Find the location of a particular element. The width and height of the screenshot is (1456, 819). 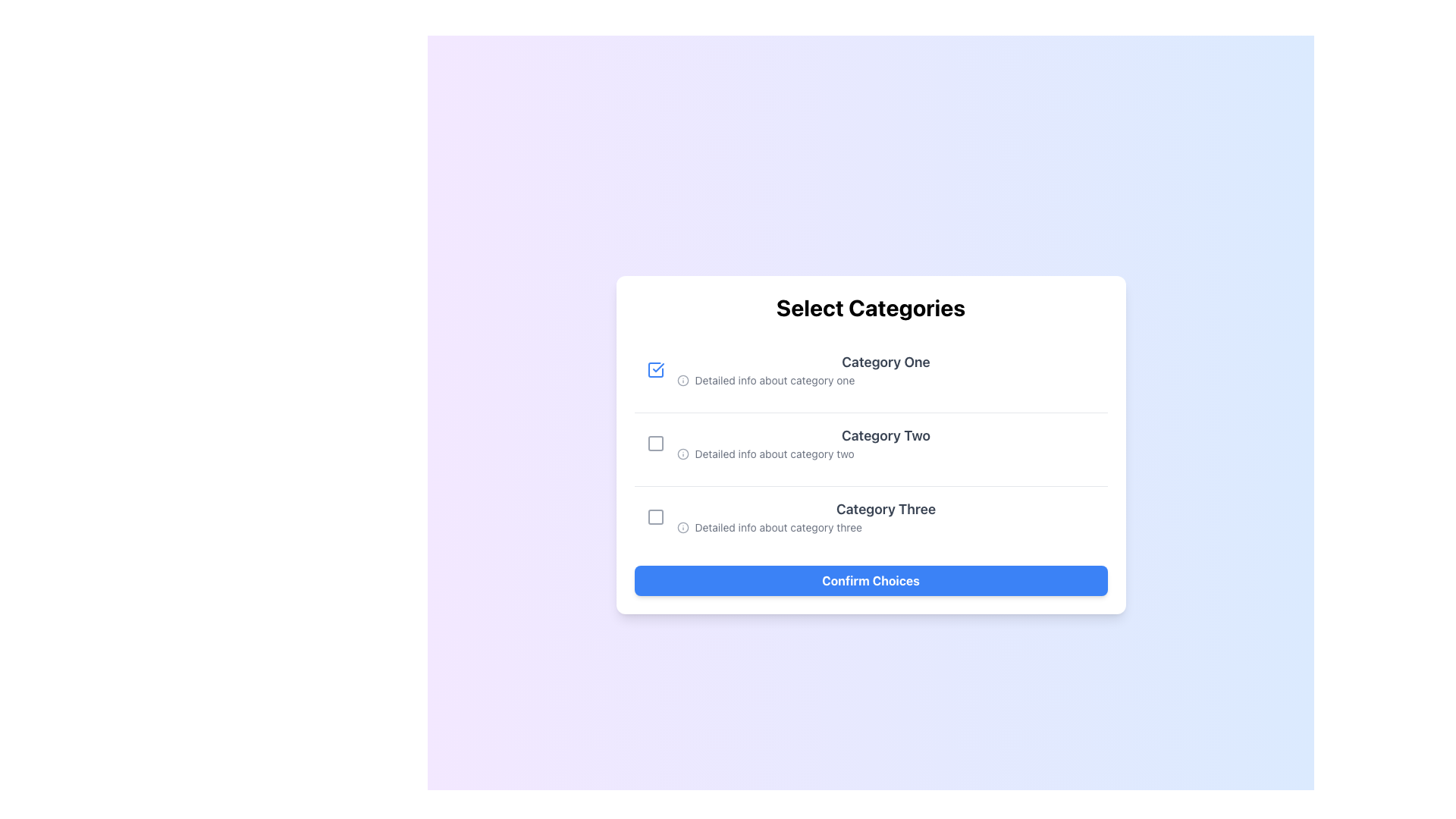

the 'info' icon with a circular border located to the left of the text 'Detailed info about category two' in the second row of the 'Select Categories' interface is located at coordinates (682, 453).